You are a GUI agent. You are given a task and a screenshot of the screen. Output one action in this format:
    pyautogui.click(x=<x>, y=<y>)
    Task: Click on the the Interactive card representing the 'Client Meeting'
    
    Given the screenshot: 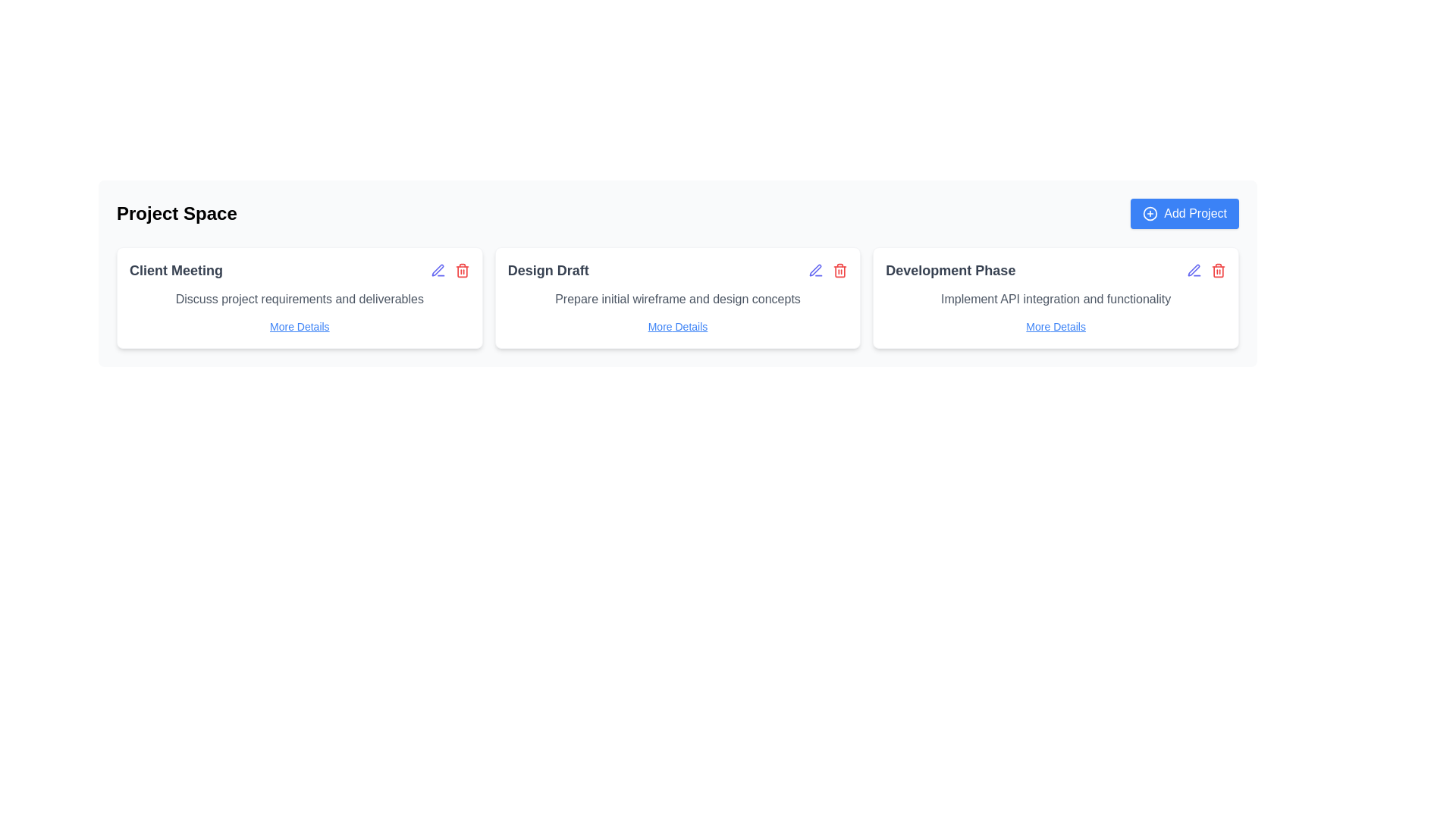 What is the action you would take?
    pyautogui.click(x=300, y=298)
    